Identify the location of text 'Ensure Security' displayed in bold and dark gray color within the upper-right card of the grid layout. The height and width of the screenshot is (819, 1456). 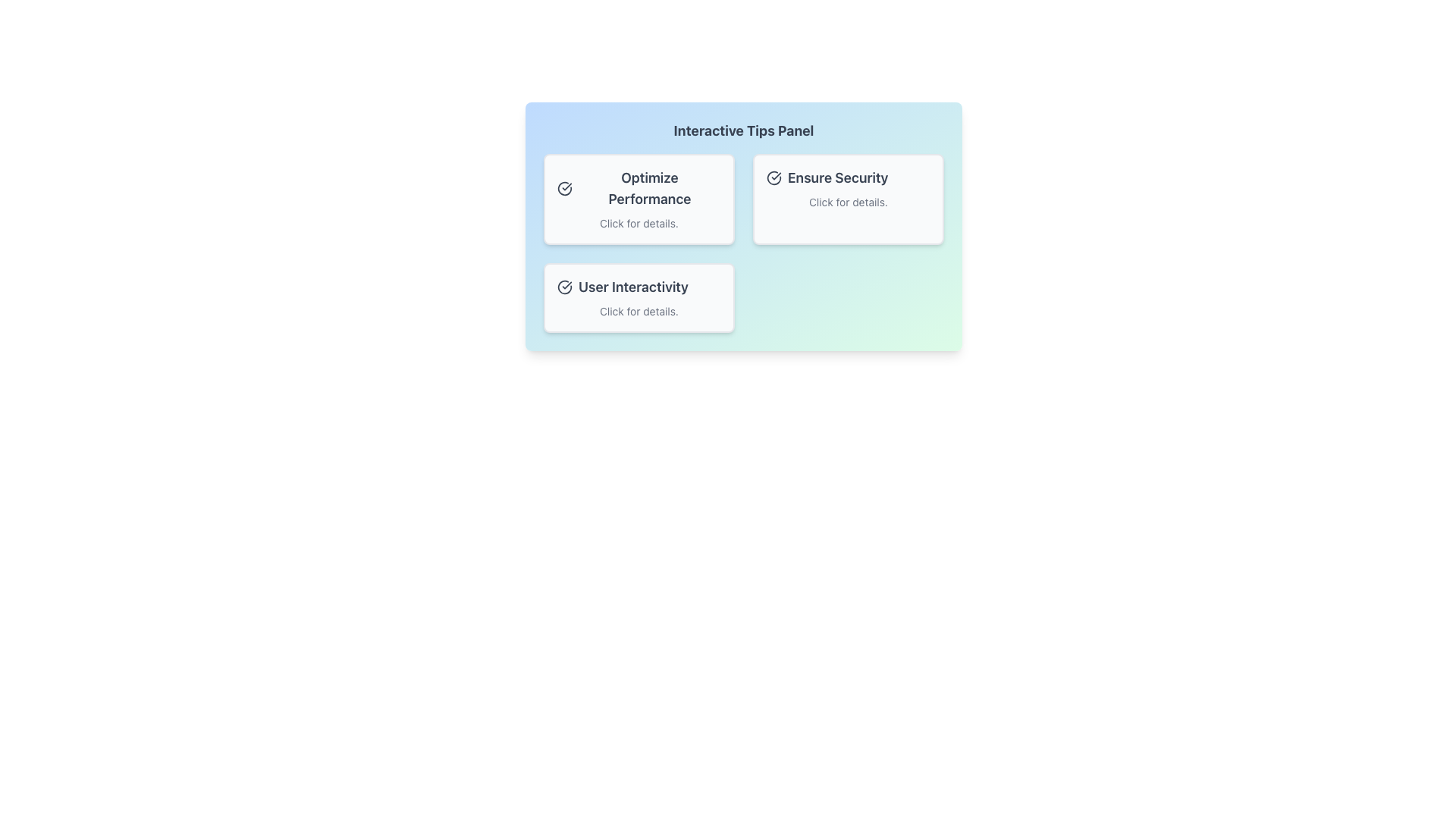
(847, 177).